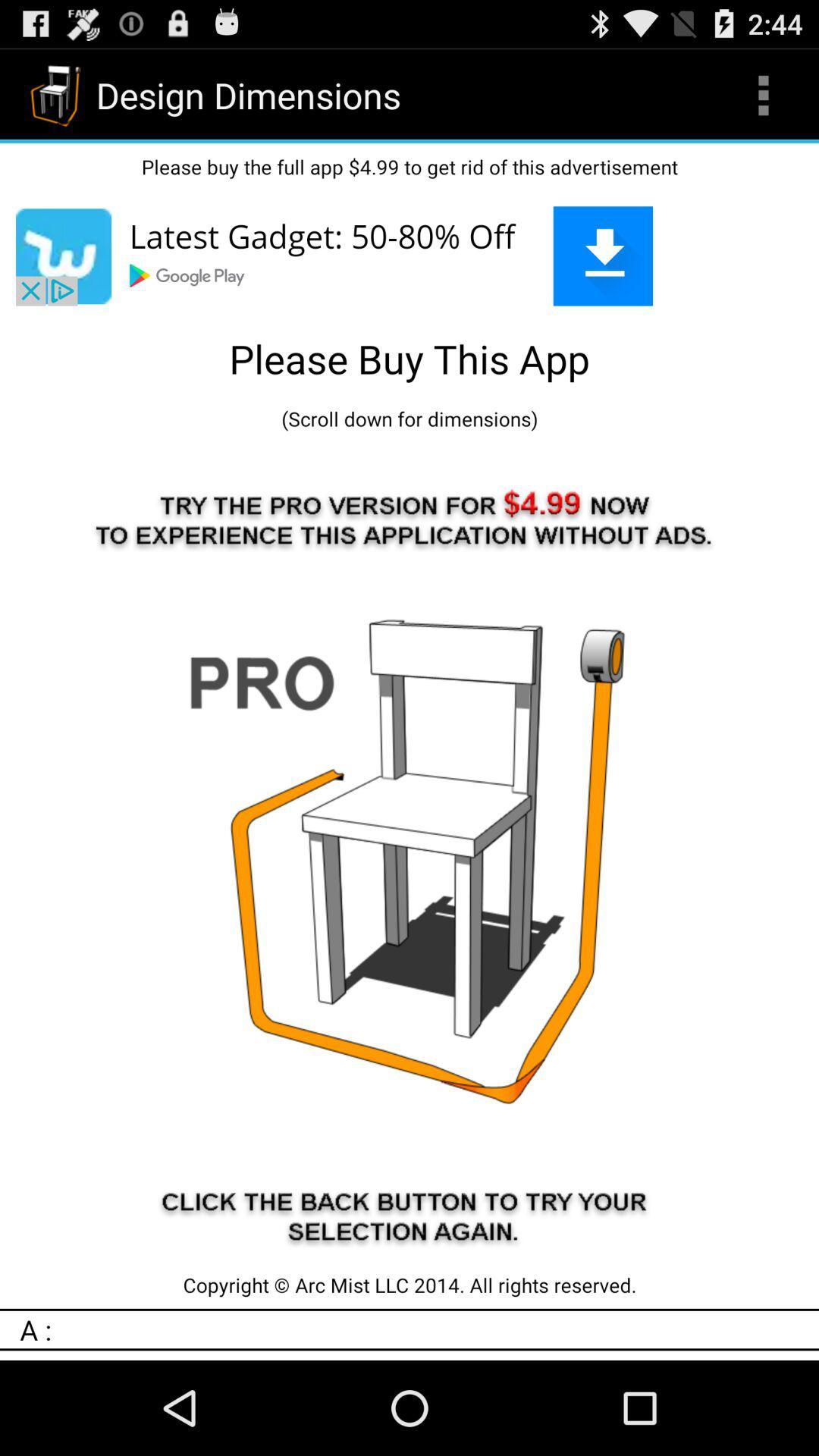 This screenshot has height=1456, width=819. Describe the element at coordinates (763, 94) in the screenshot. I see `icon to the right of the design dimensions` at that location.